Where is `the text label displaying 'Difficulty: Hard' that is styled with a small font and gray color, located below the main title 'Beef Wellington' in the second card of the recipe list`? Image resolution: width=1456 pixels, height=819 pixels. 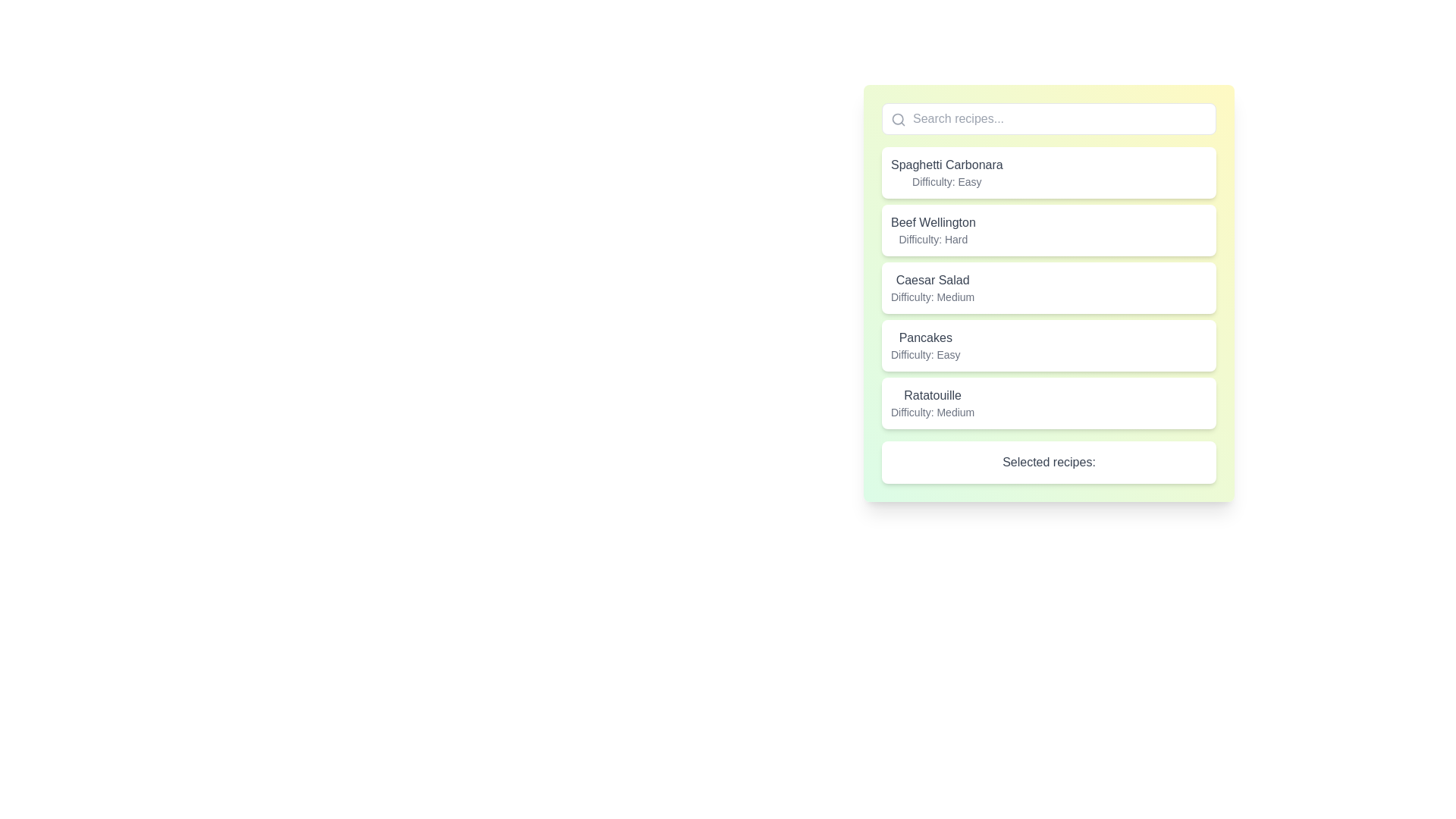
the text label displaying 'Difficulty: Hard' that is styled with a small font and gray color, located below the main title 'Beef Wellington' in the second card of the recipe list is located at coordinates (932, 239).